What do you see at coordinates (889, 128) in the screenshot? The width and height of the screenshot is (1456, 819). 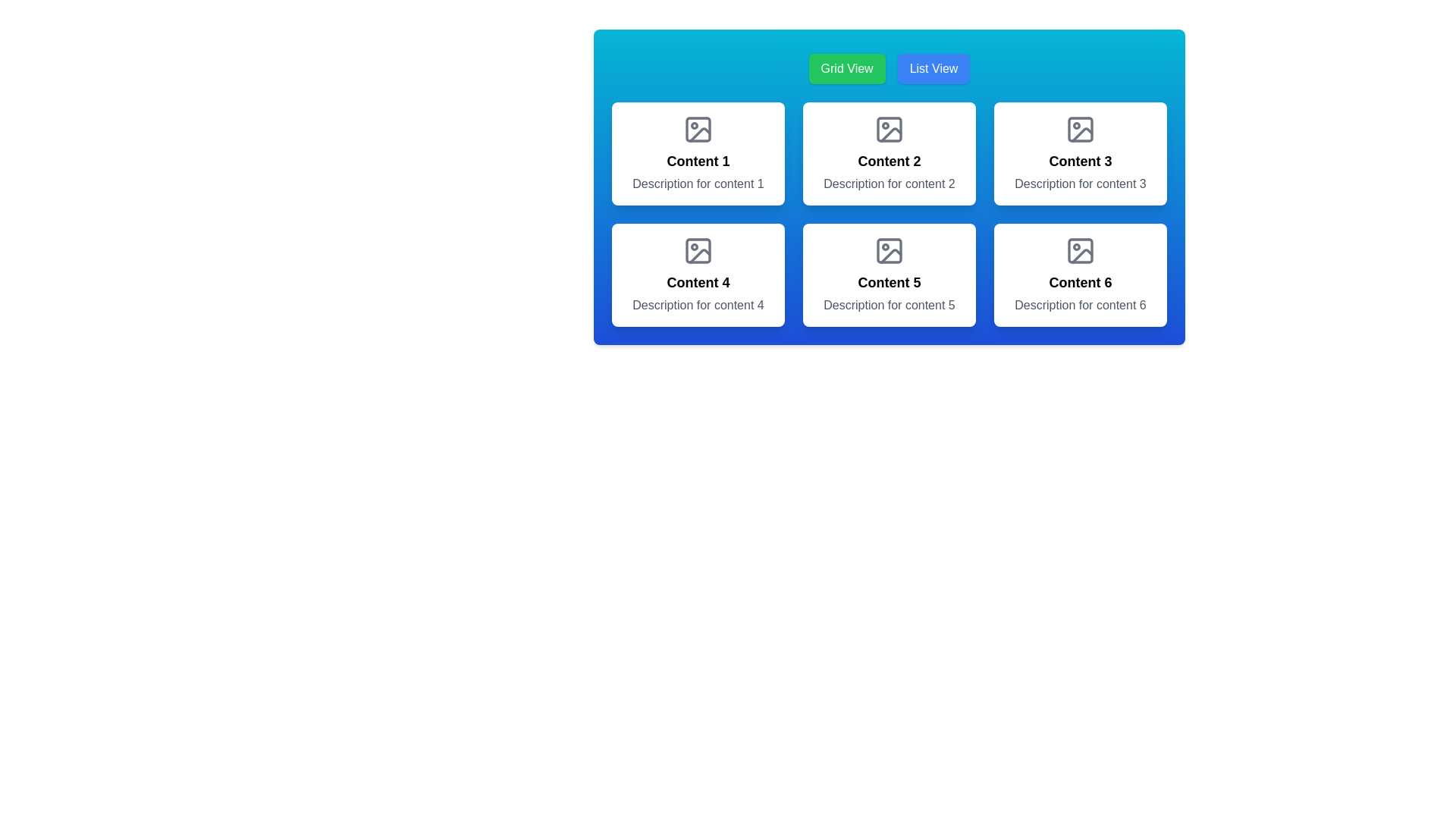 I see `the image icon located in the second content card of the top row, which contains a decorative shape in the upper left corner` at bounding box center [889, 128].